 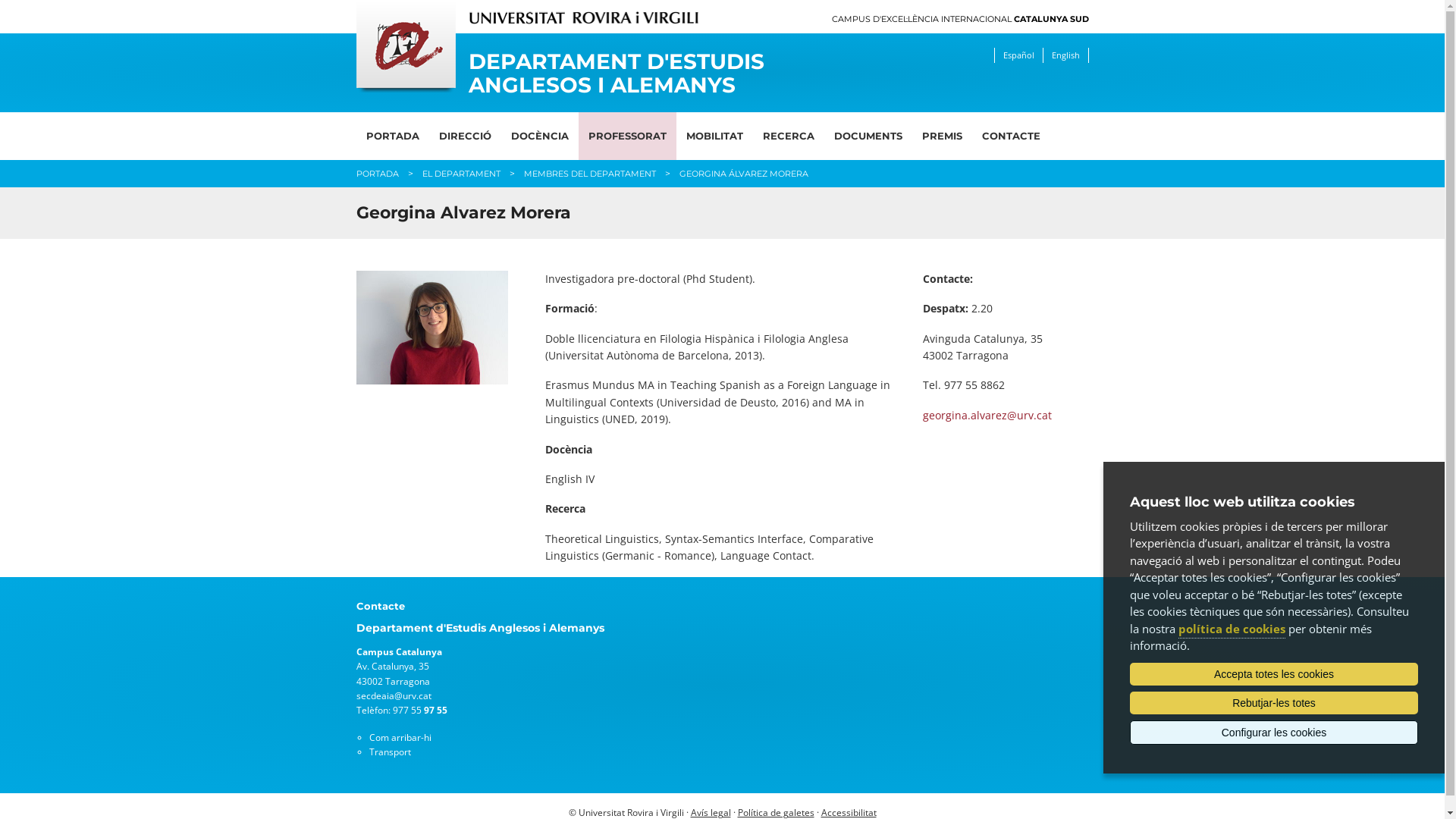 What do you see at coordinates (368, 752) in the screenshot?
I see `'Transport'` at bounding box center [368, 752].